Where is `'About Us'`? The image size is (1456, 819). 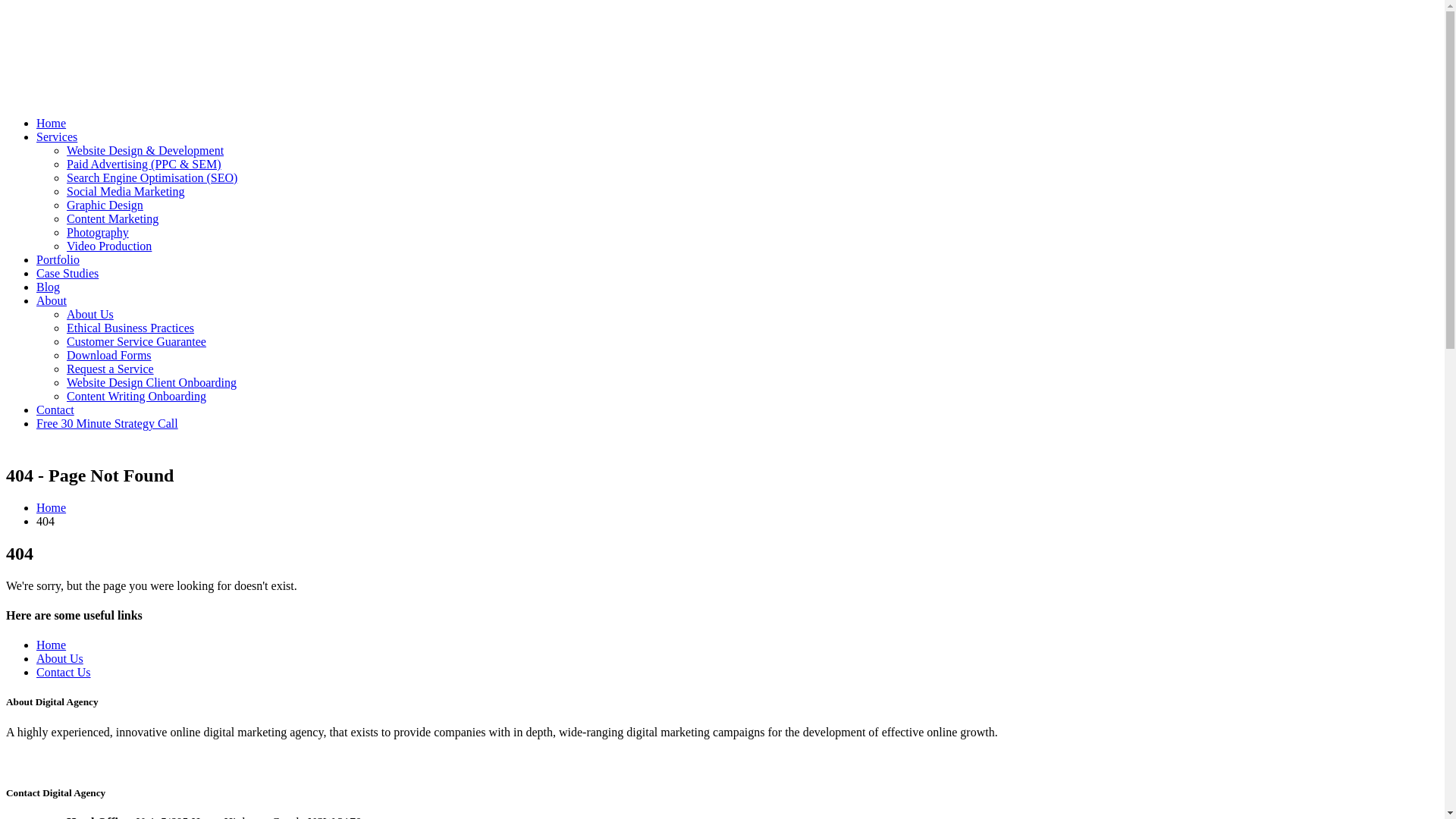
'About Us' is located at coordinates (89, 313).